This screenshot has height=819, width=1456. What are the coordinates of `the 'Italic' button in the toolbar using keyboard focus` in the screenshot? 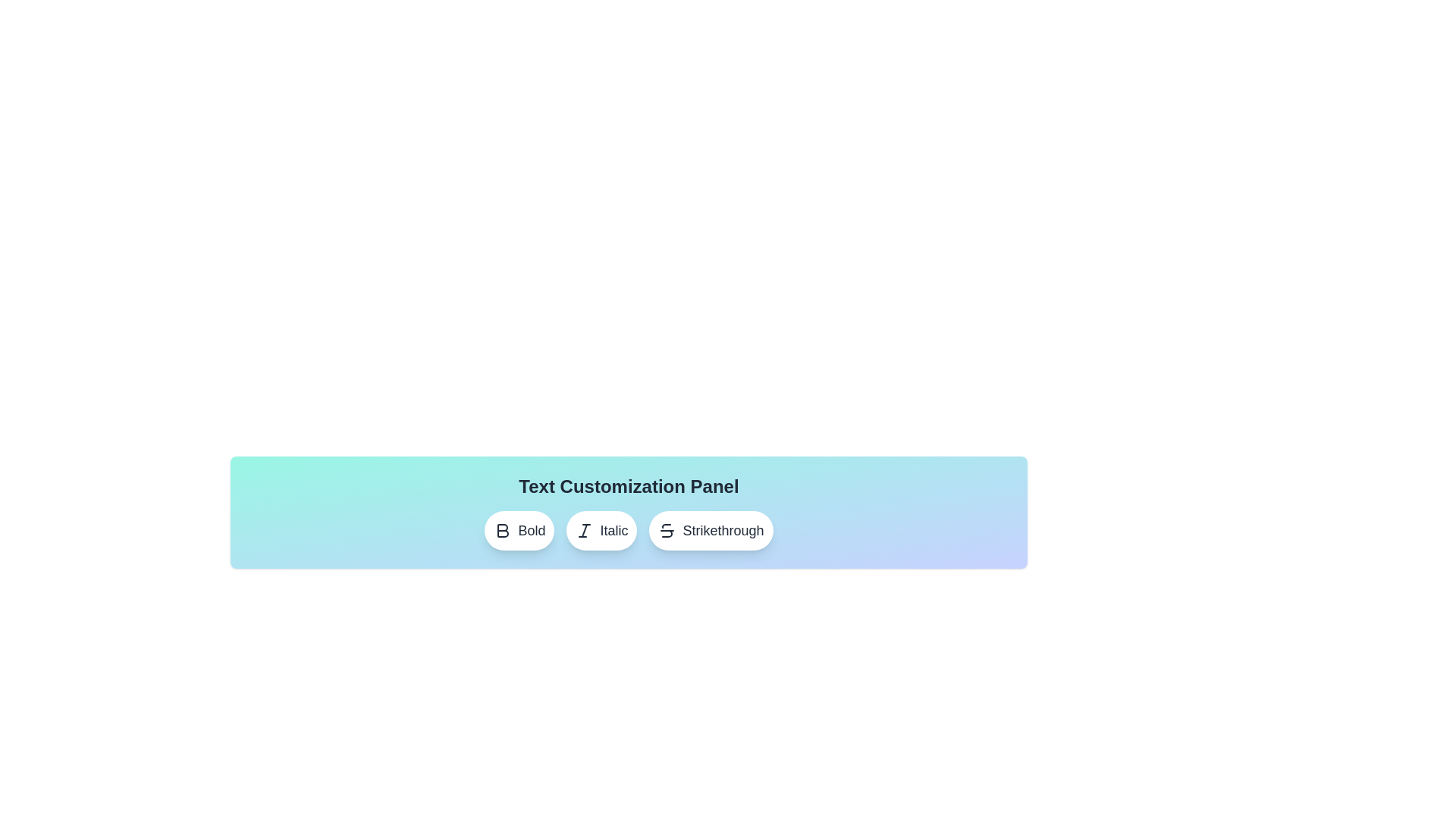 It's located at (614, 529).